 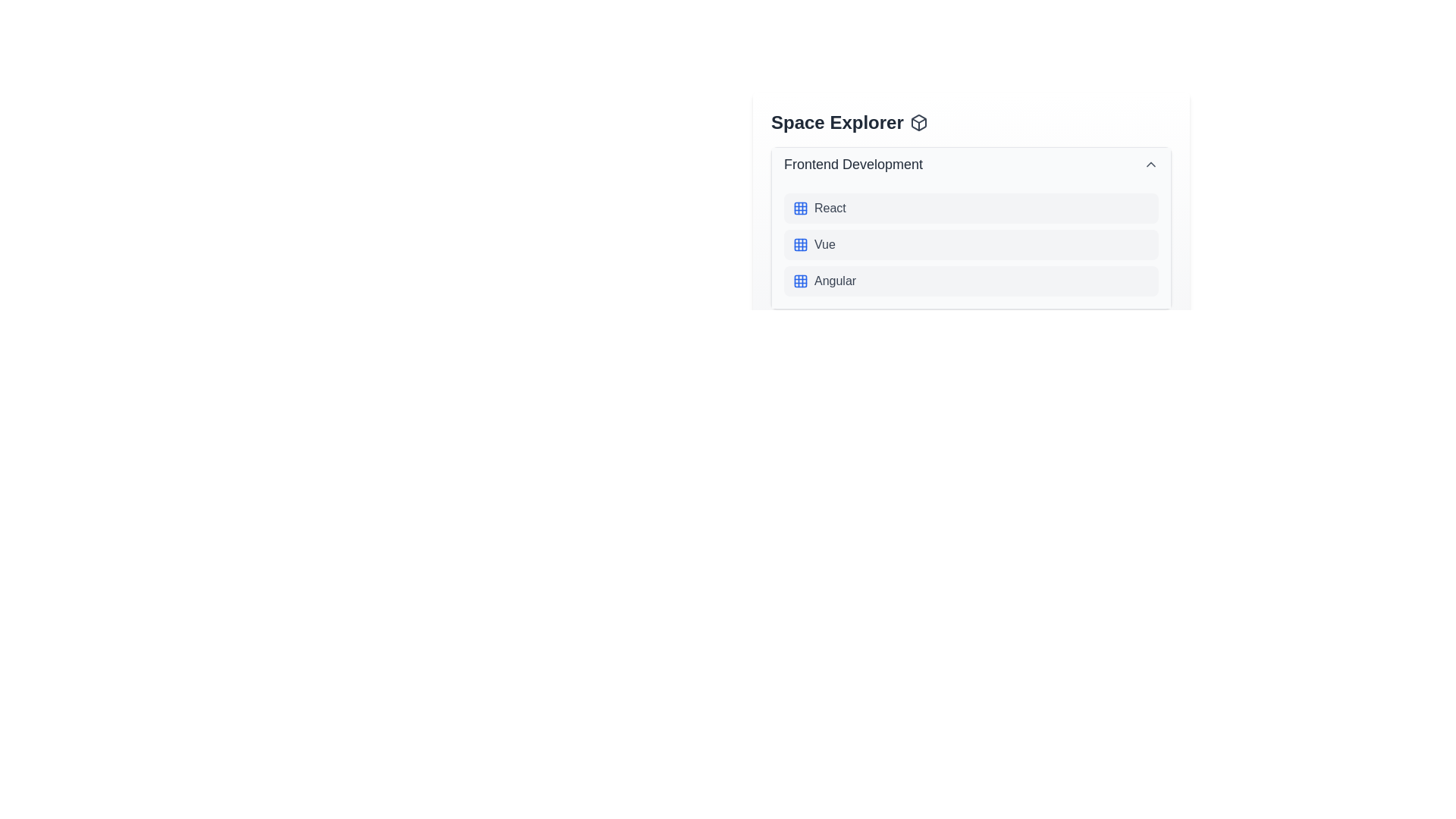 What do you see at coordinates (829, 208) in the screenshot?
I see `the Text Label that identifies the 'React' item in the list under the 'Frontend Development' section` at bounding box center [829, 208].